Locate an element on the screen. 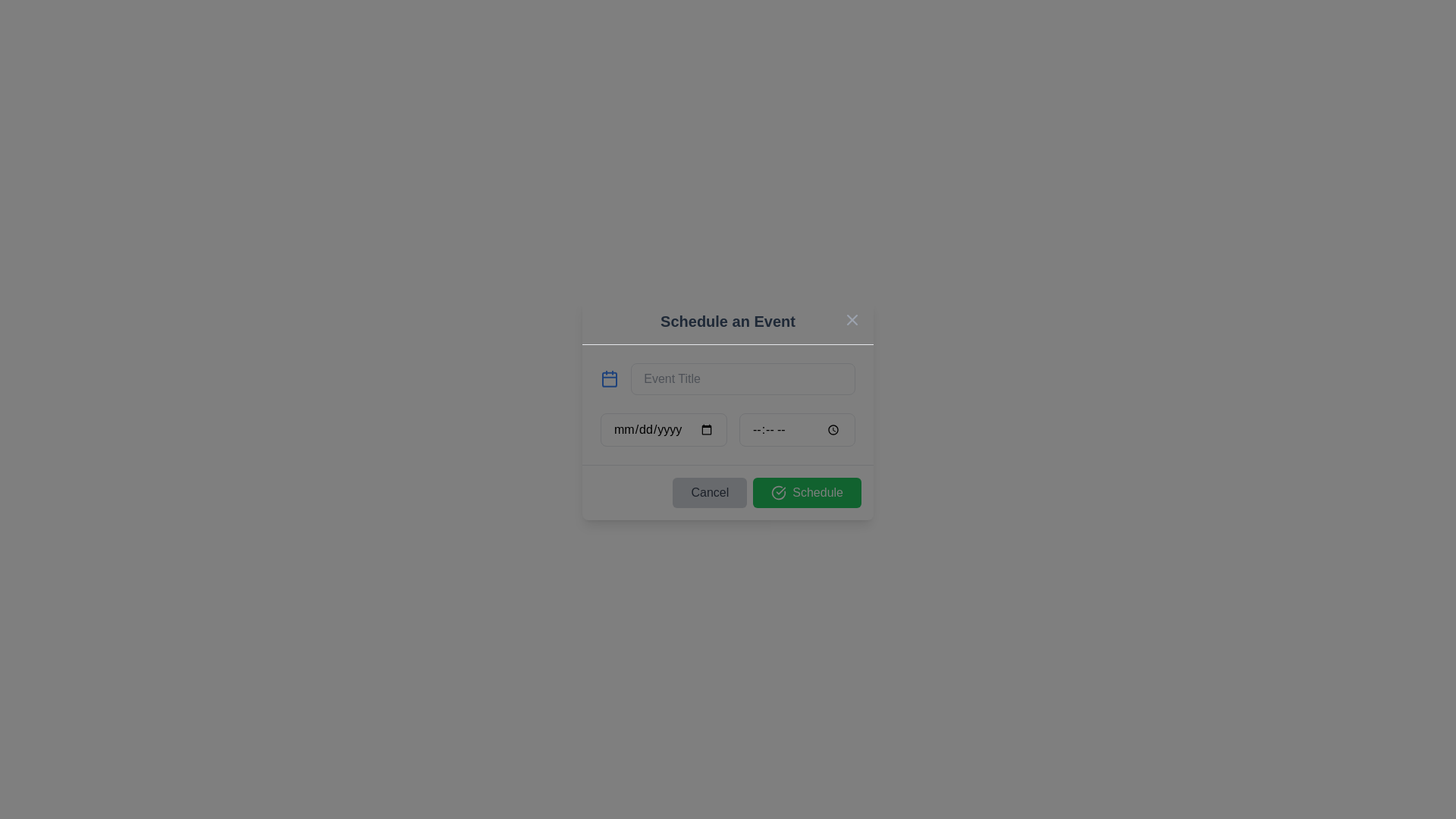 The width and height of the screenshot is (1456, 819). text titled 'Schedule an Event' which is displayed prominently in bold, extra-large dark gray font on a light gray background in the header section of the popup dialog is located at coordinates (728, 321).